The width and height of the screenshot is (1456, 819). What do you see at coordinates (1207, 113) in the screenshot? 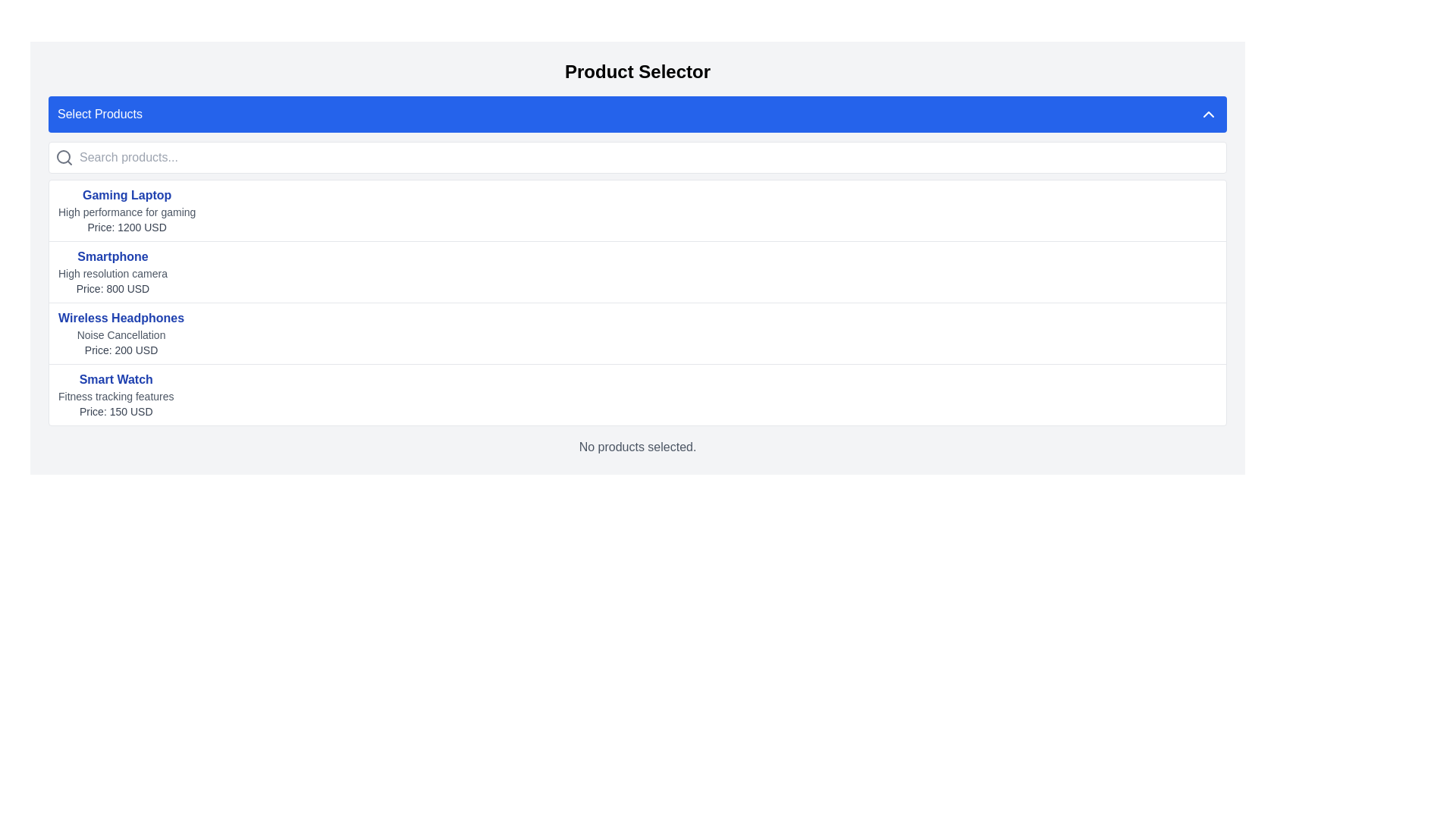
I see `the upward-pointing chevron icon (SVG) located at the top-right inside the blue horizontal bar labeled 'Select Products'` at bounding box center [1207, 113].